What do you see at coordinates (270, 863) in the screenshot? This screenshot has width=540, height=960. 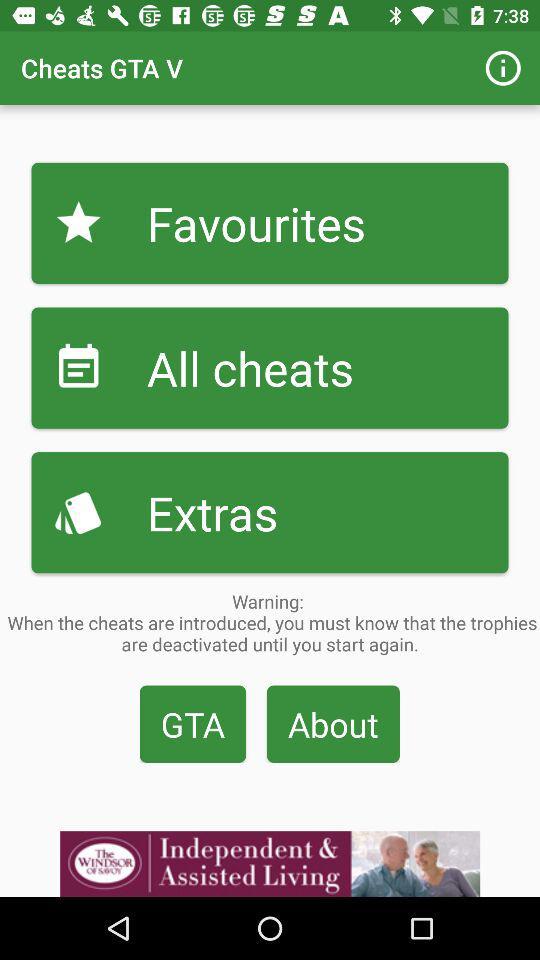 I see `click on advertisement` at bounding box center [270, 863].